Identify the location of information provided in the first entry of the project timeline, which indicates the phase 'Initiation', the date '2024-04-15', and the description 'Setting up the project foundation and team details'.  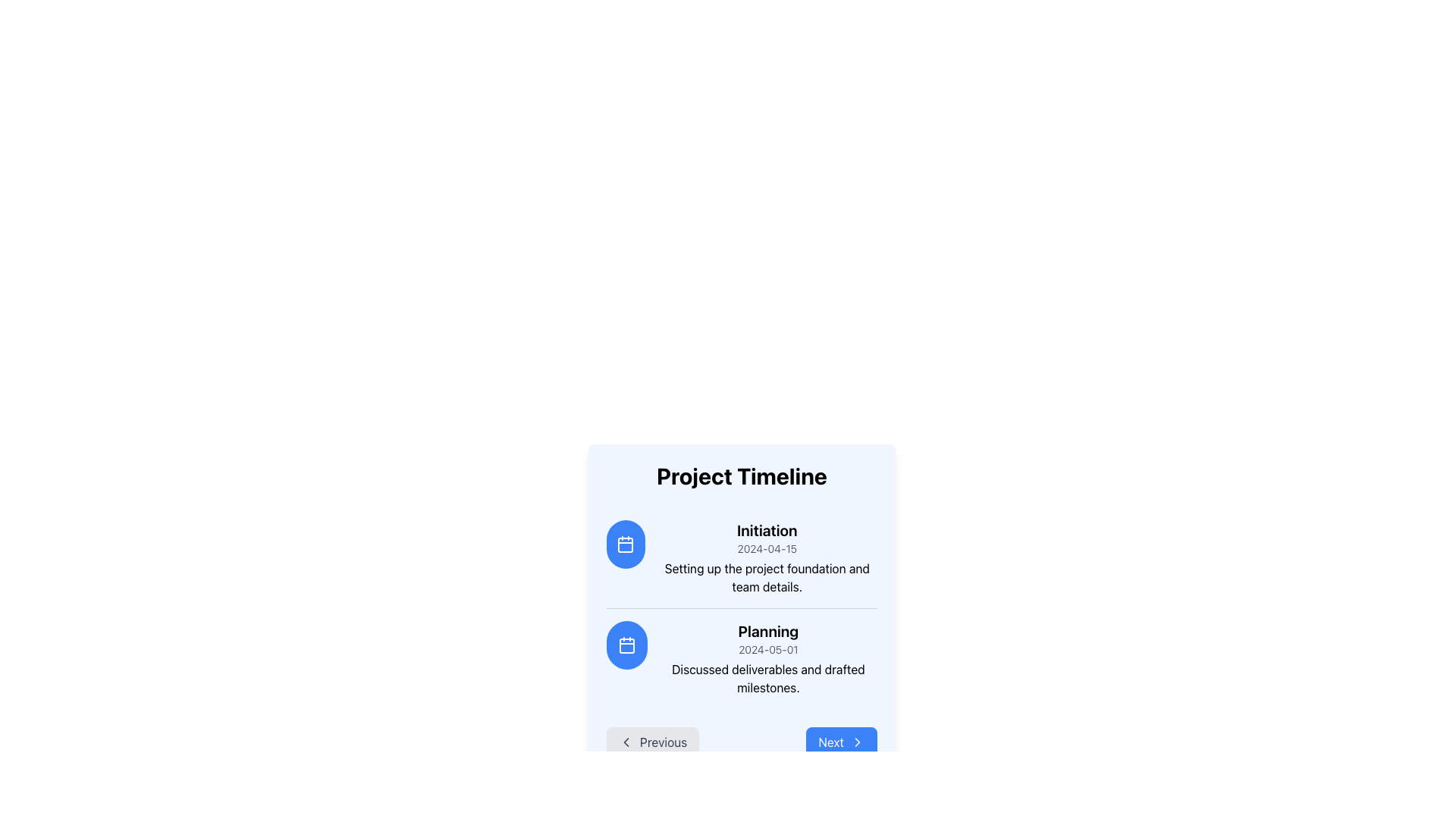
(742, 558).